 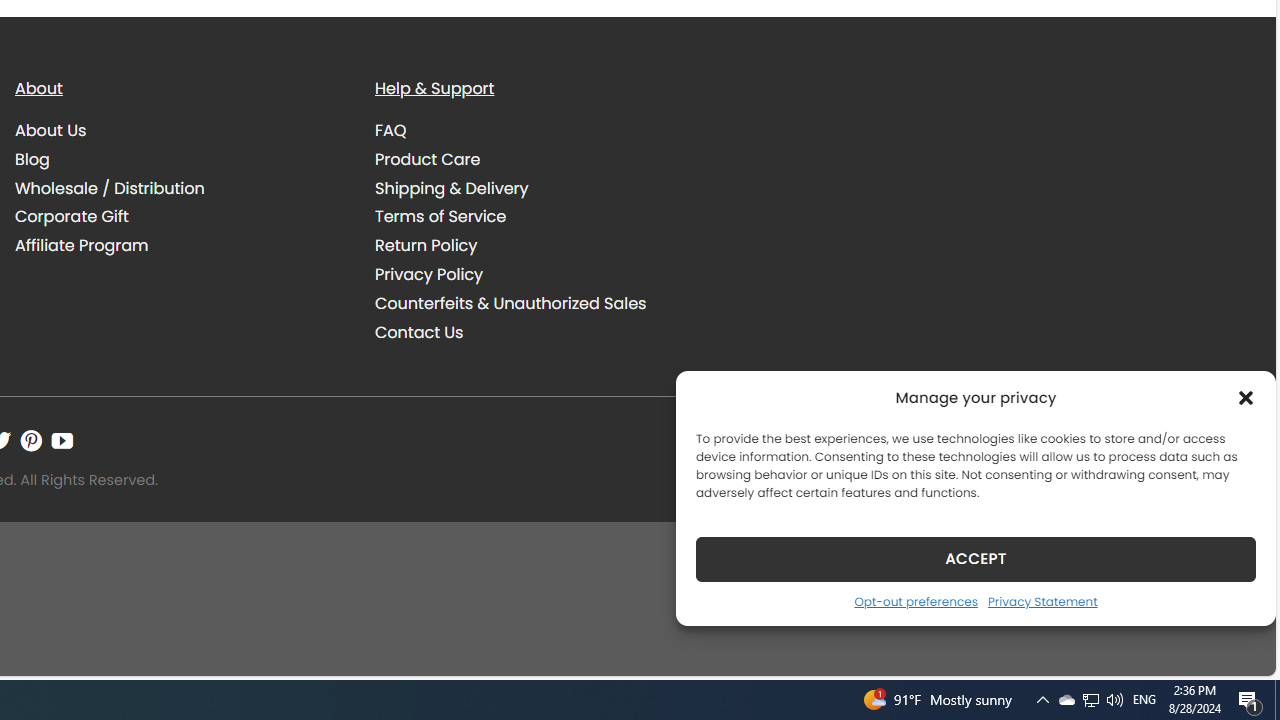 I want to click on 'Follow on Pinterest', so click(x=31, y=440).